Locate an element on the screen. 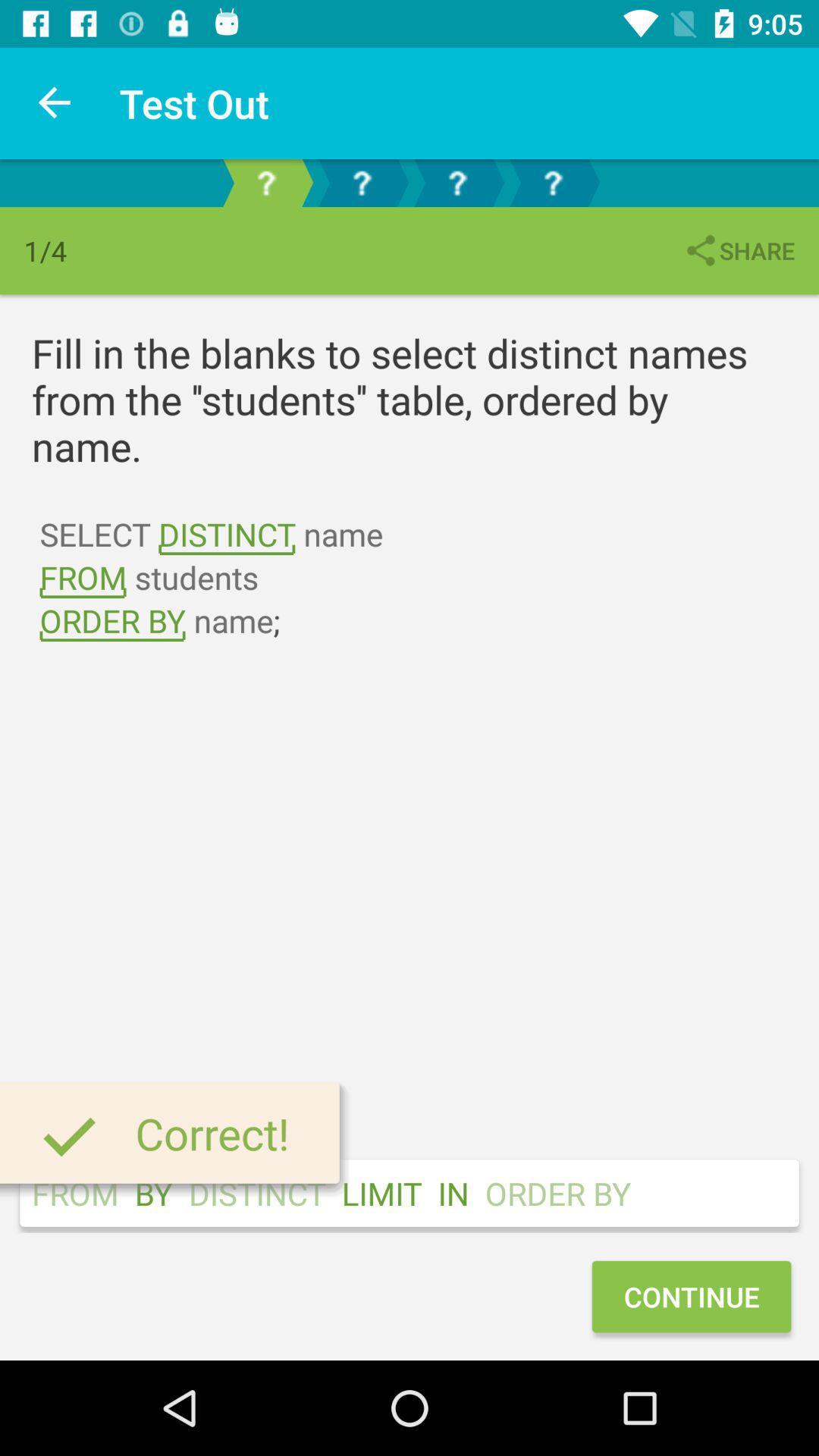  the help icon is located at coordinates (362, 182).